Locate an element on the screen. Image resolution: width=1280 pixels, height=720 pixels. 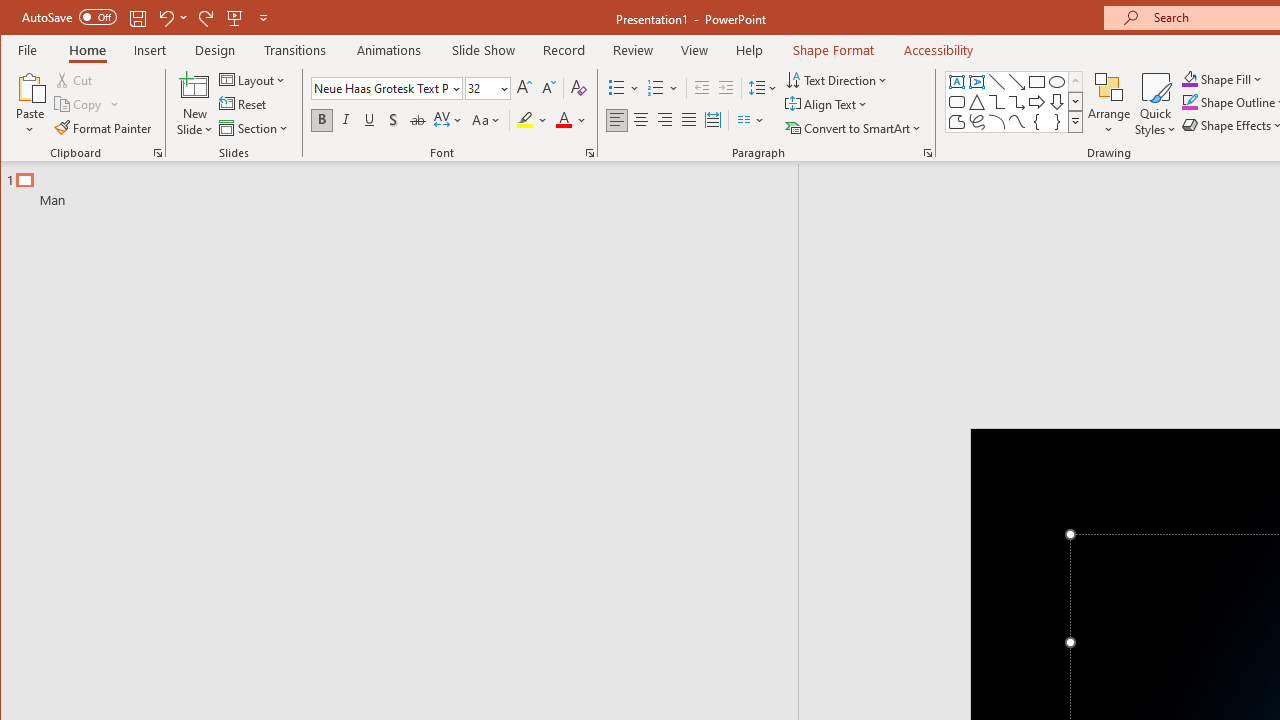
'Quick Styles' is located at coordinates (1155, 104).